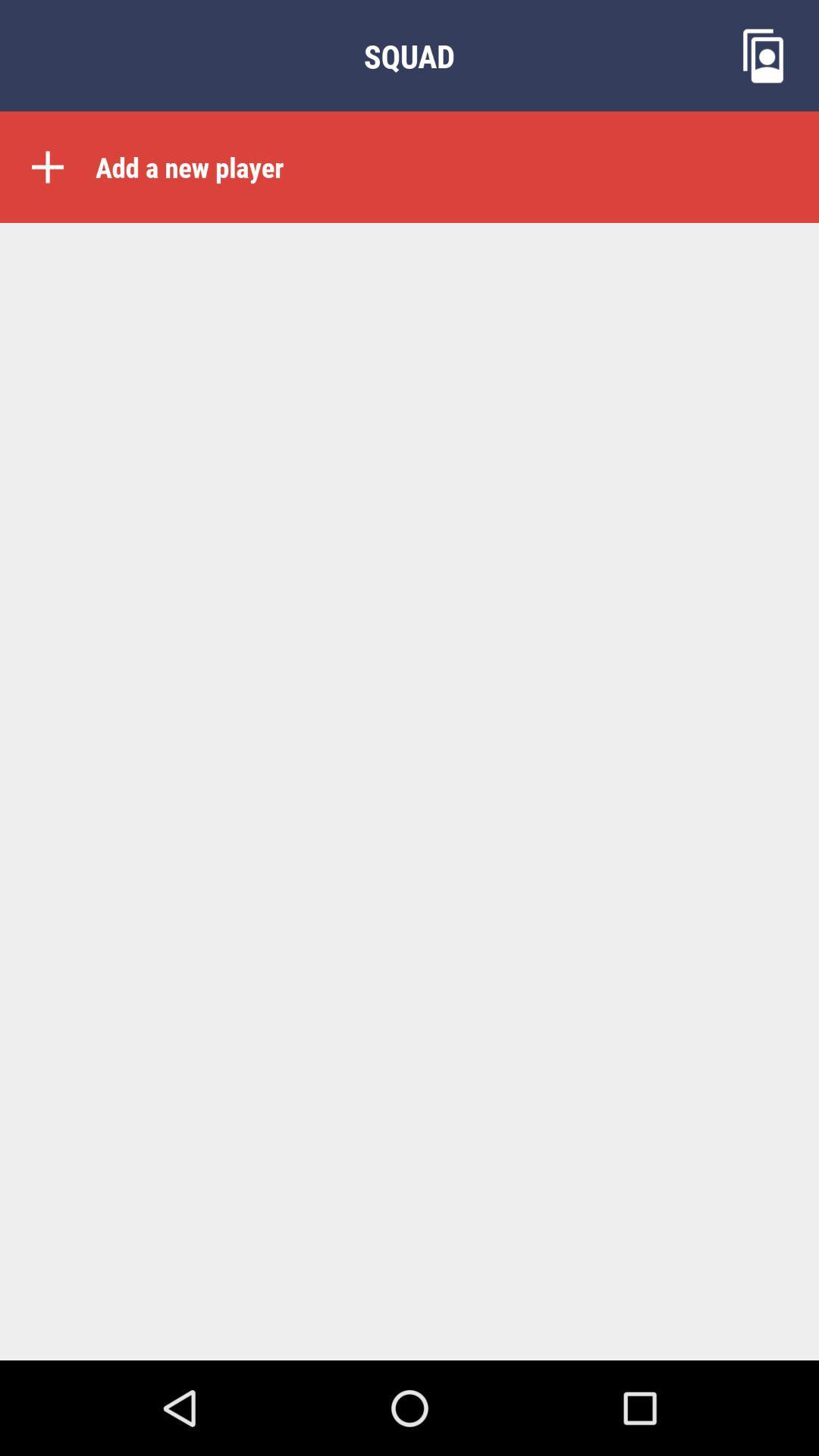 Image resolution: width=819 pixels, height=1456 pixels. Describe the element at coordinates (763, 55) in the screenshot. I see `the wallpaper icon` at that location.